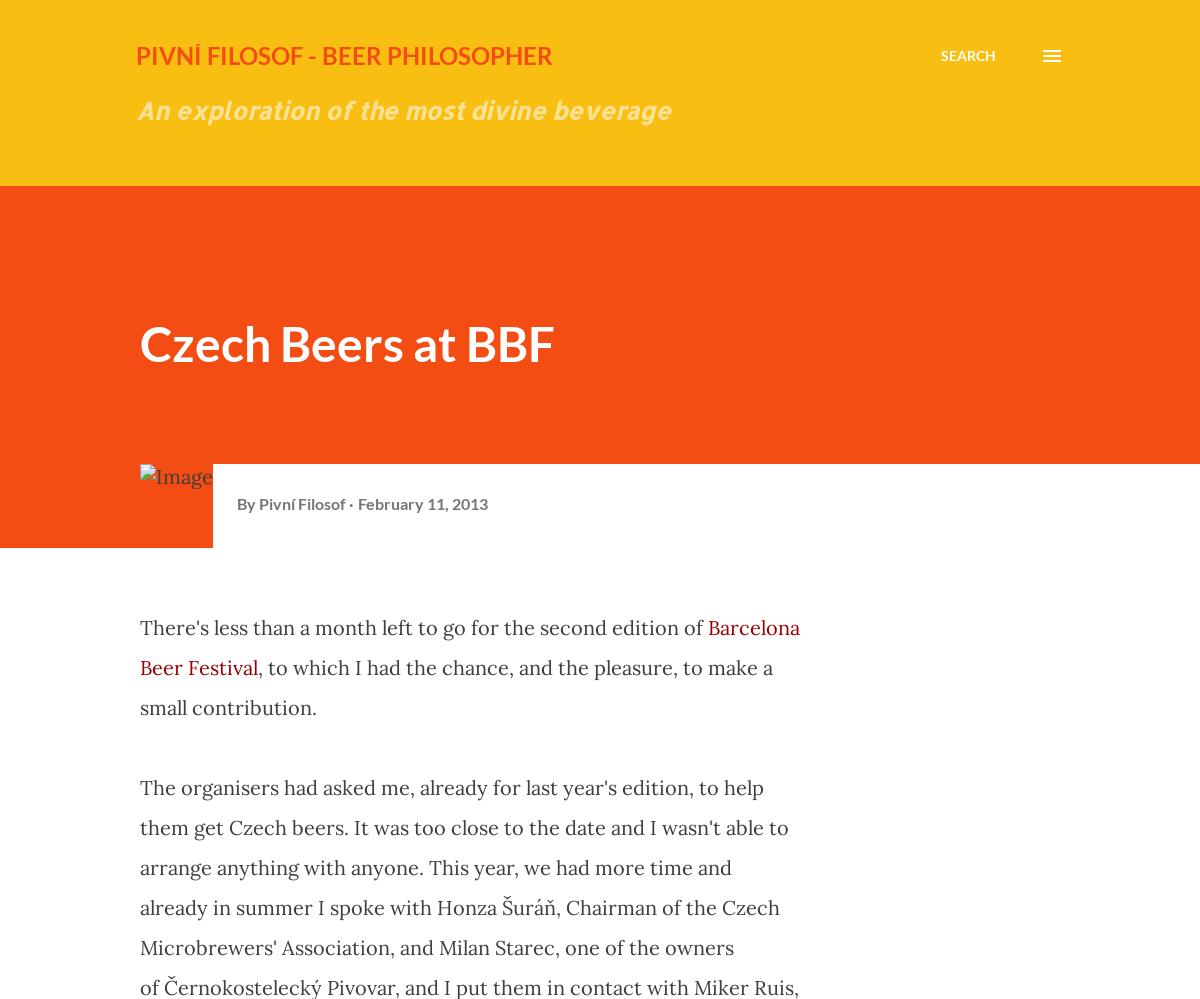  I want to click on 'Brewpubs', so click(939, 721).